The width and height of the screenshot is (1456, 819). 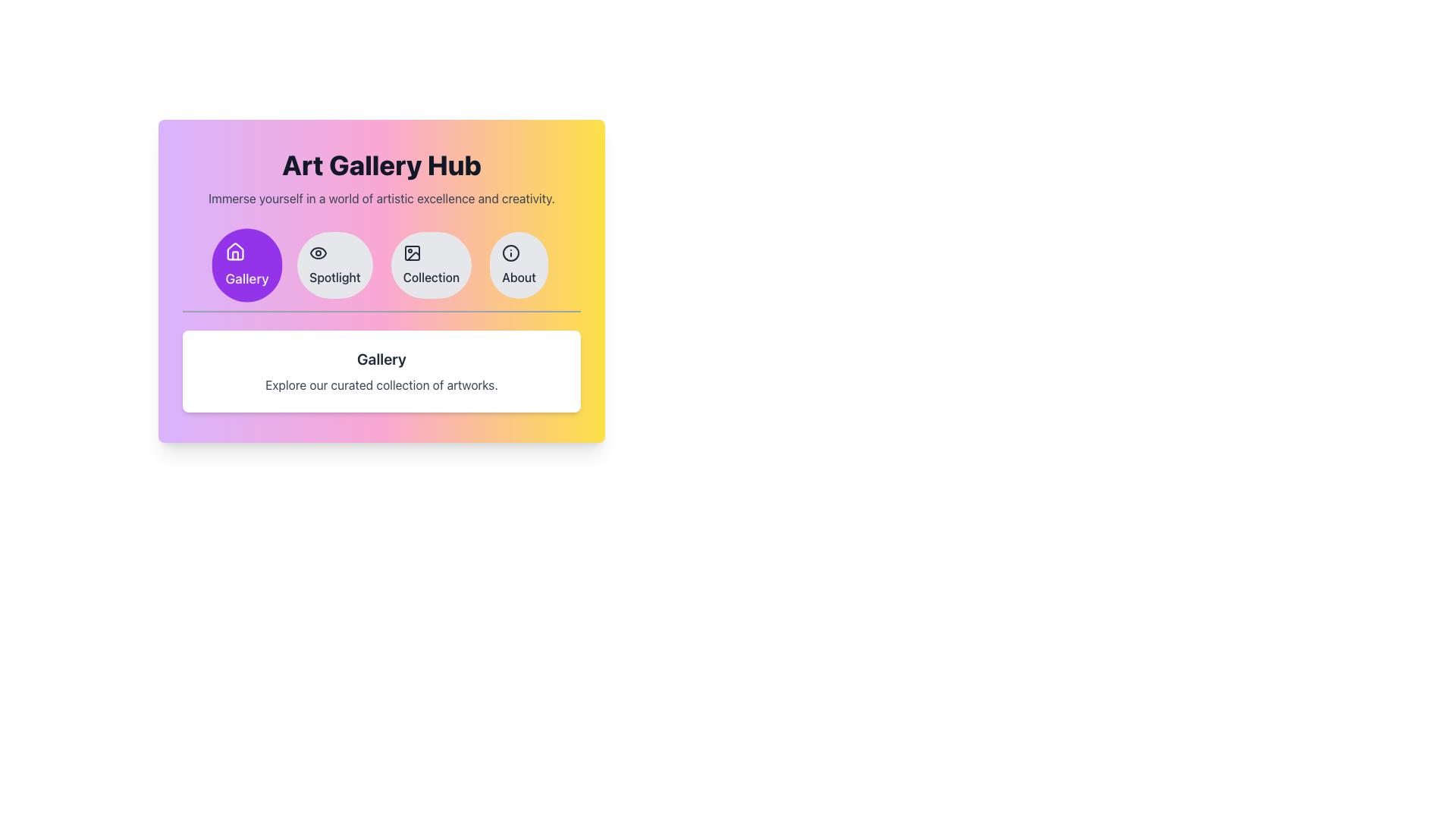 I want to click on the small vector icon resembling a house located at the center of the purple circular button labeled 'Gallery', so click(x=234, y=251).